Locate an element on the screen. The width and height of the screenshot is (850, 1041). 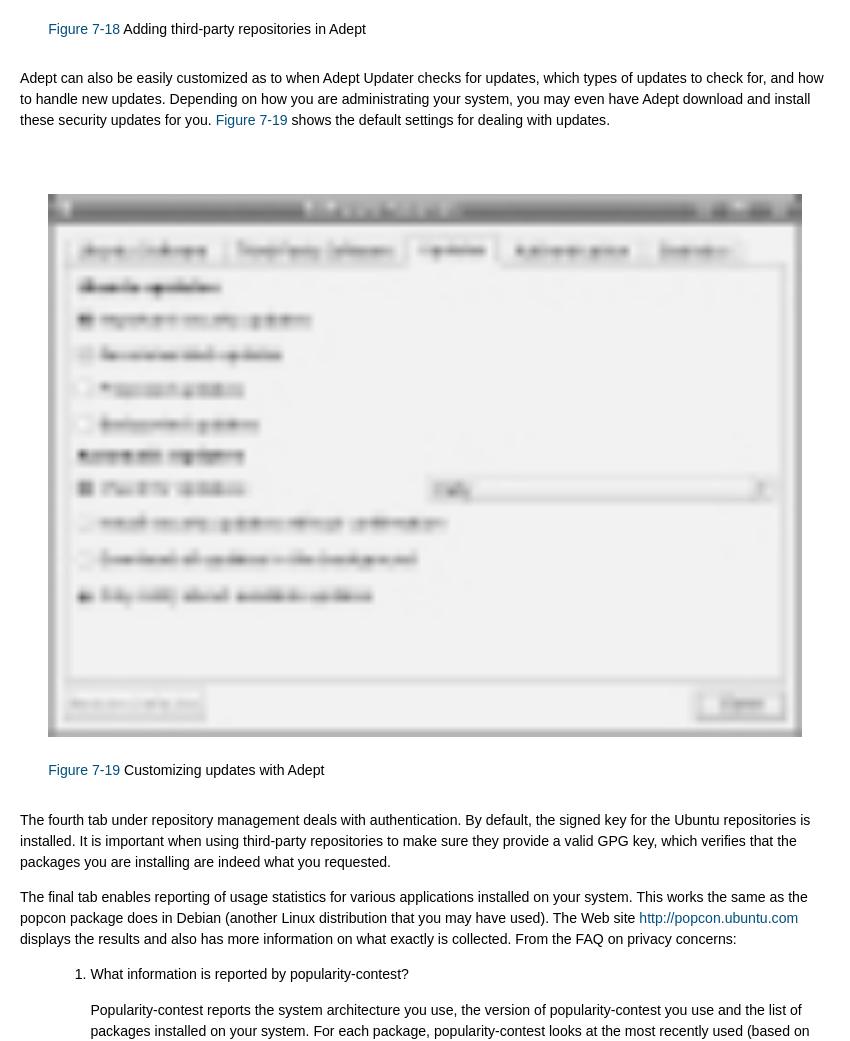
'shows the default settings for dealing with updates.' is located at coordinates (447, 120).